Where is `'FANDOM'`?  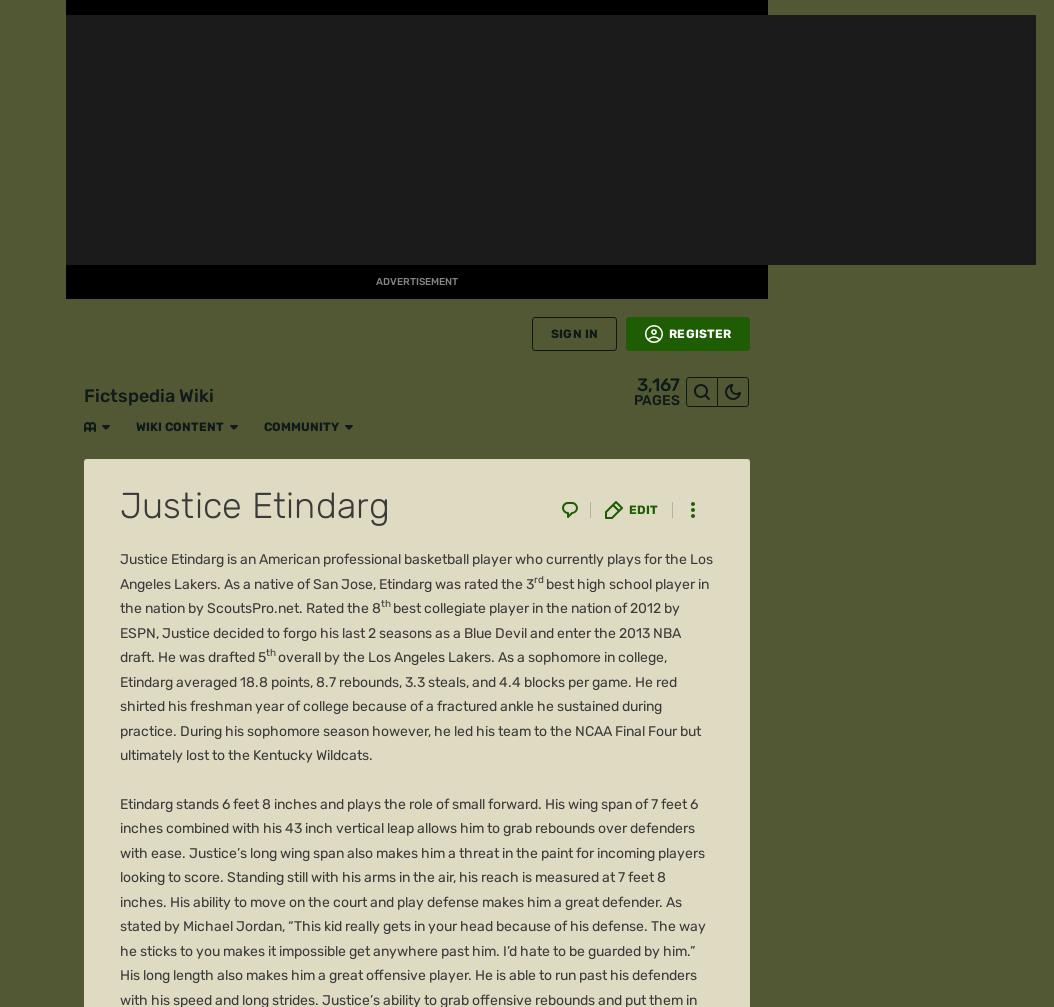
'FANDOM' is located at coordinates (12, 66).